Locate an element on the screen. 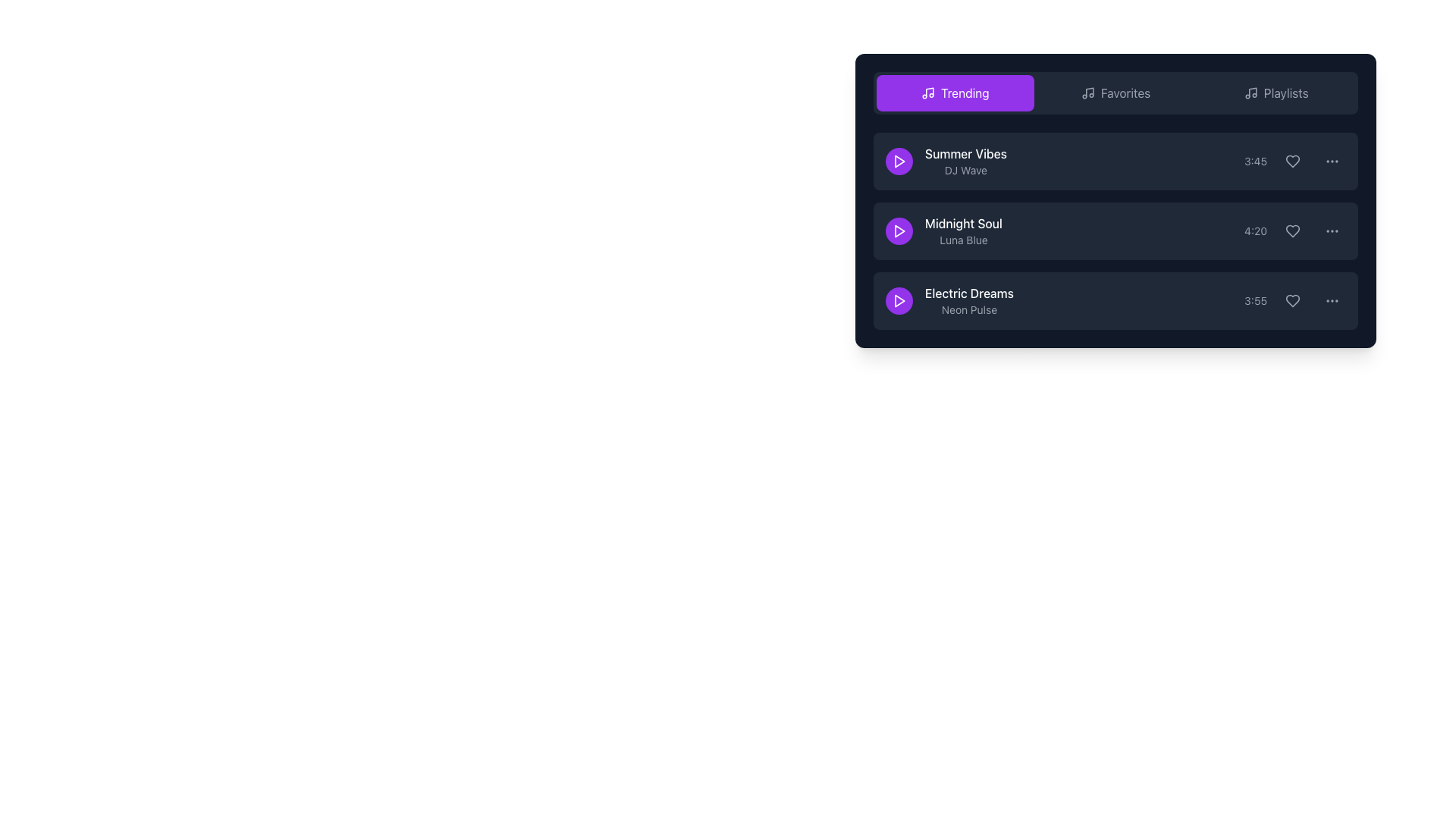 The height and width of the screenshot is (819, 1456). text displayed in the text block with the title 'Midnight Soul' in bold white font and 'Luna Blue' in smaller gray font underneath, located in the second row of the playlist list is located at coordinates (963, 231).